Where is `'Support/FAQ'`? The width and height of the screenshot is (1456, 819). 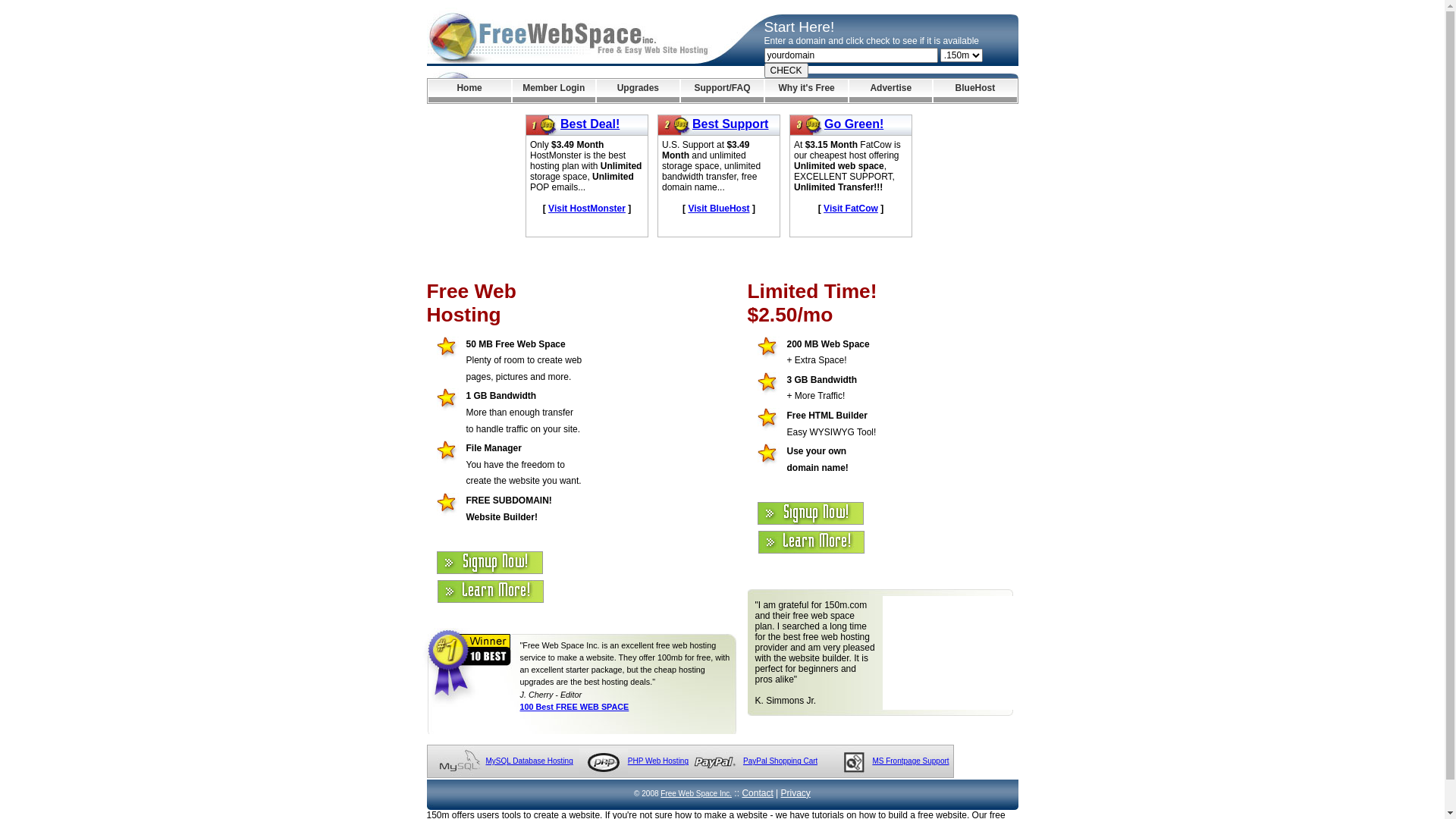 'Support/FAQ' is located at coordinates (679, 90).